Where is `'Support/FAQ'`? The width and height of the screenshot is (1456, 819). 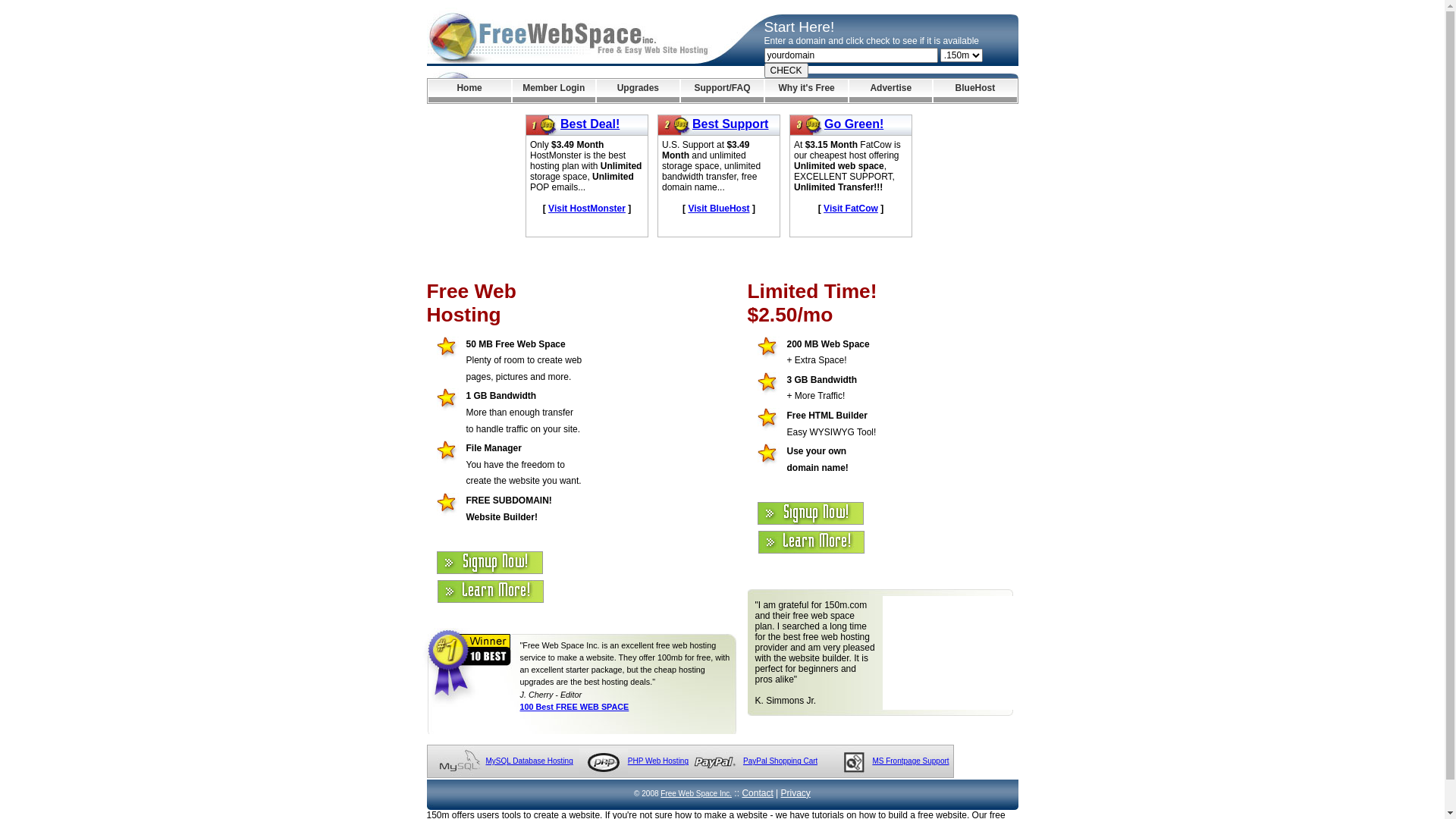 'Support/FAQ' is located at coordinates (679, 90).